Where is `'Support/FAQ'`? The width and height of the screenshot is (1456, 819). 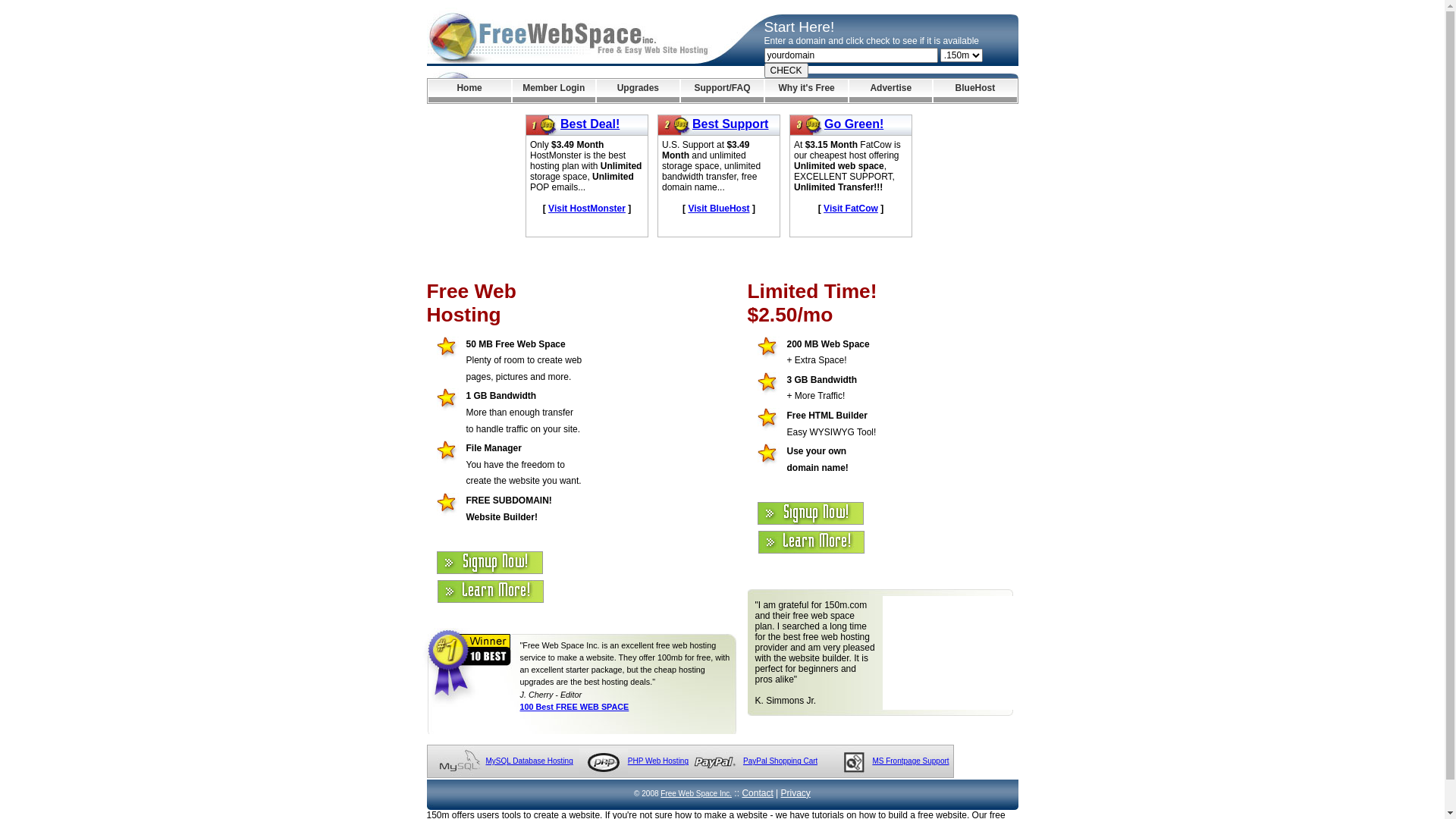 'Support/FAQ' is located at coordinates (679, 90).